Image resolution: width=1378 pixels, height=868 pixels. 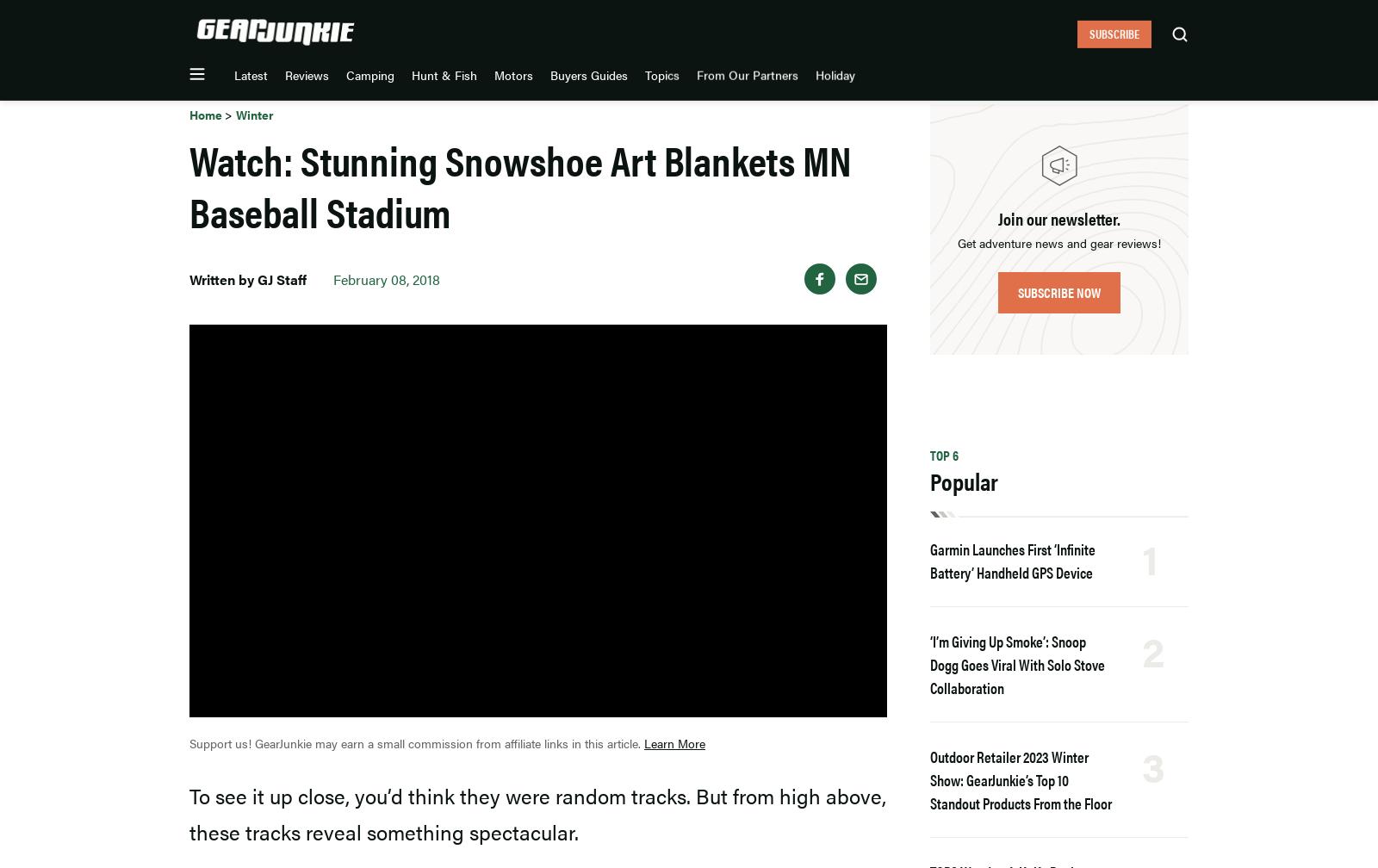 I want to click on 'Winter', so click(x=236, y=114).